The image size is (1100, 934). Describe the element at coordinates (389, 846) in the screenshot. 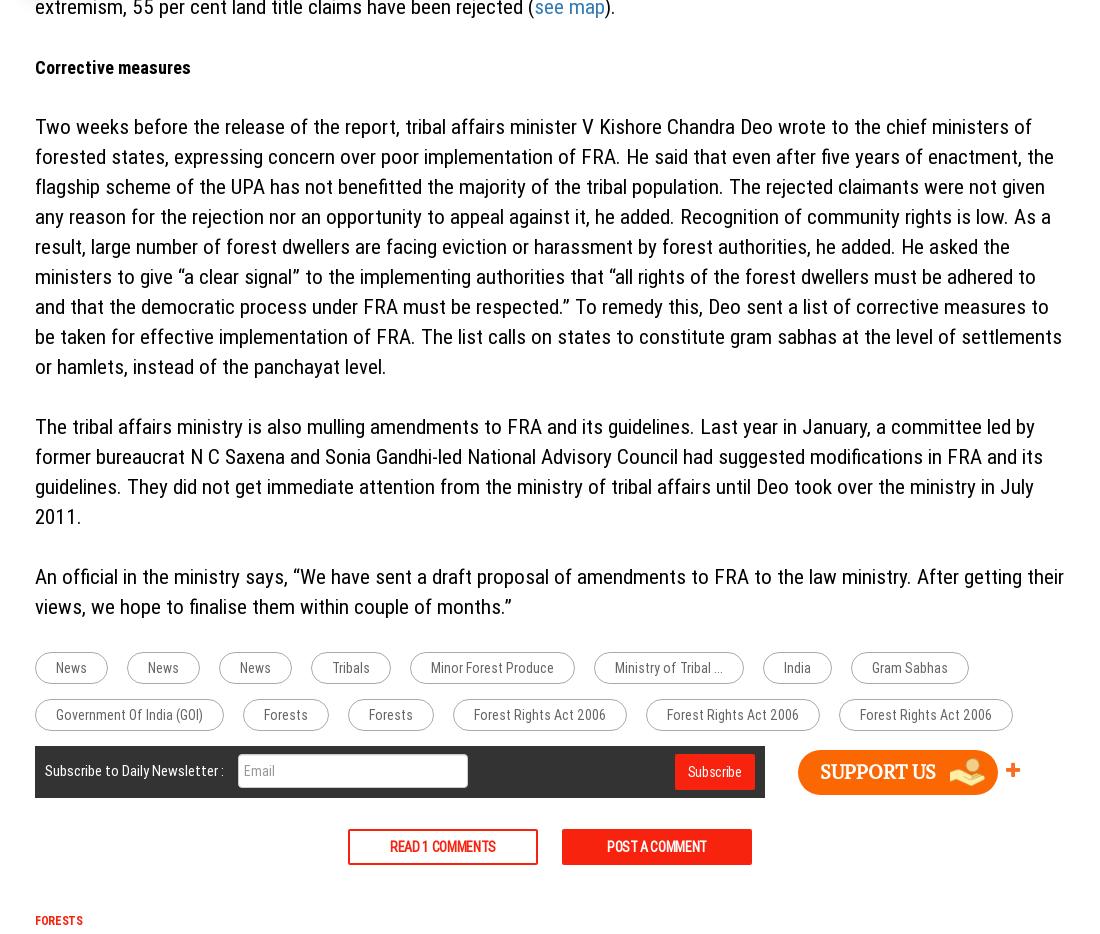

I see `'Read 1 Comments'` at that location.